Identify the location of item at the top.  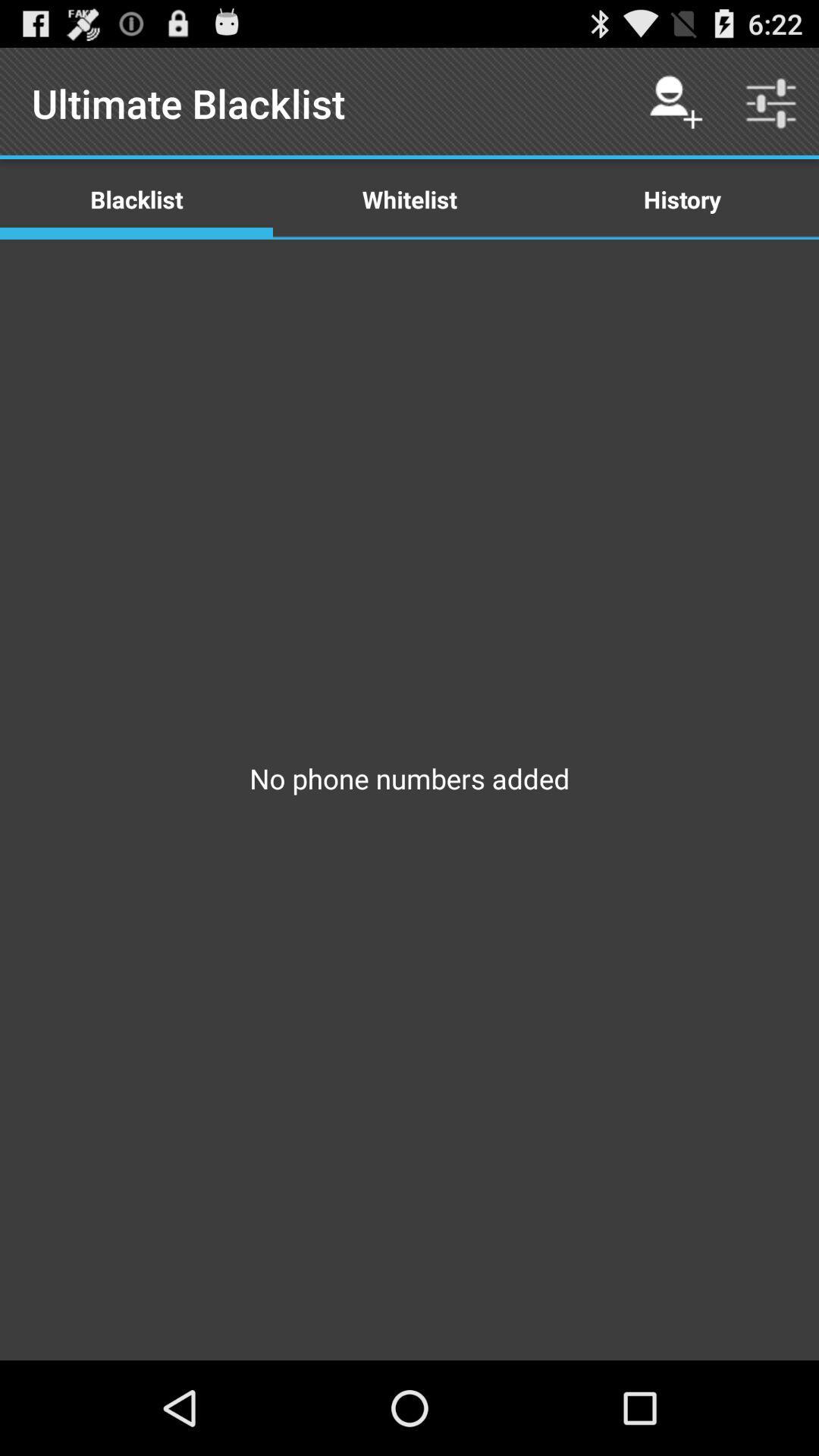
(409, 198).